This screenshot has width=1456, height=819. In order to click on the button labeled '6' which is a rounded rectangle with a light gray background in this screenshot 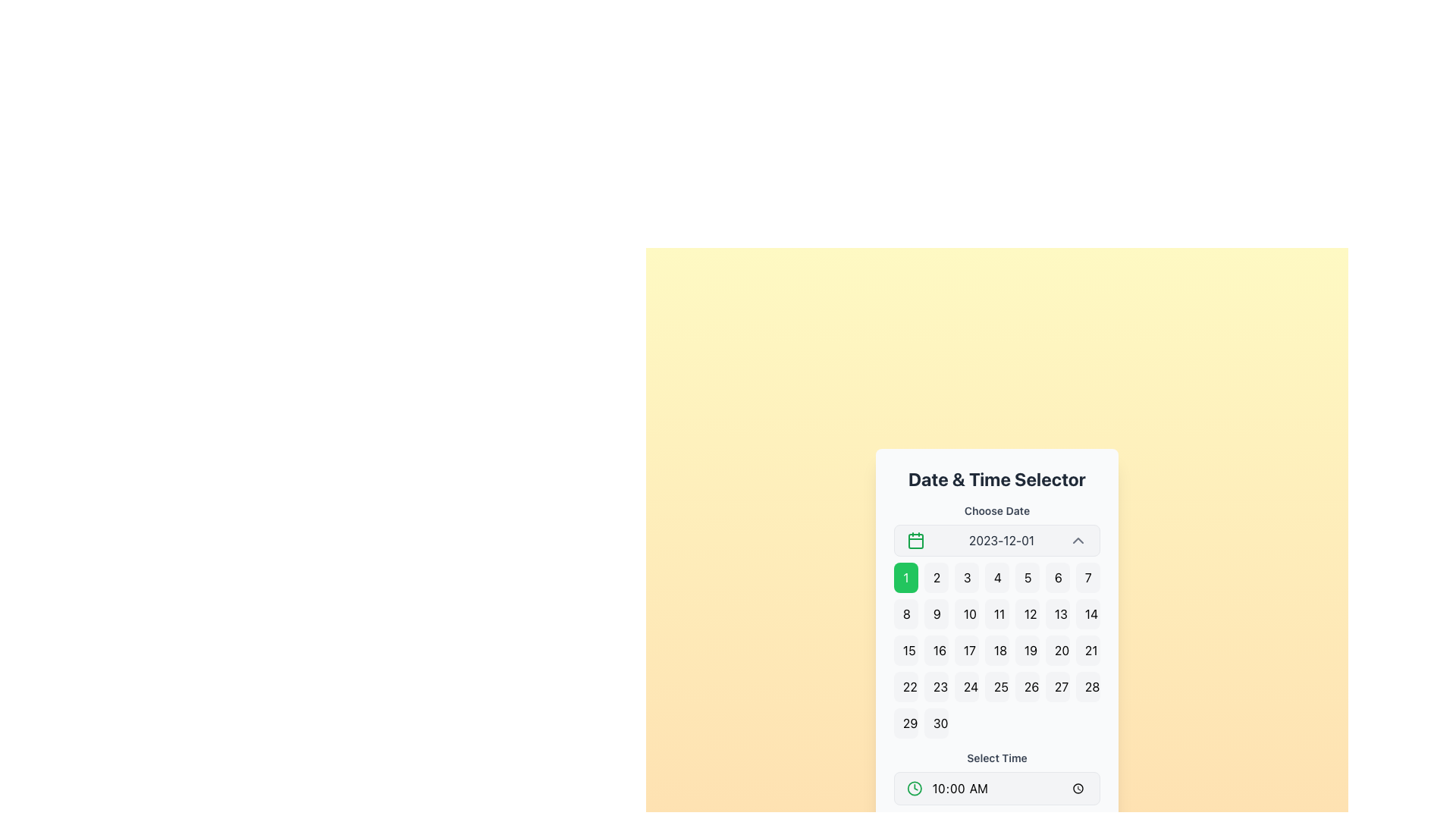, I will do `click(1057, 578)`.